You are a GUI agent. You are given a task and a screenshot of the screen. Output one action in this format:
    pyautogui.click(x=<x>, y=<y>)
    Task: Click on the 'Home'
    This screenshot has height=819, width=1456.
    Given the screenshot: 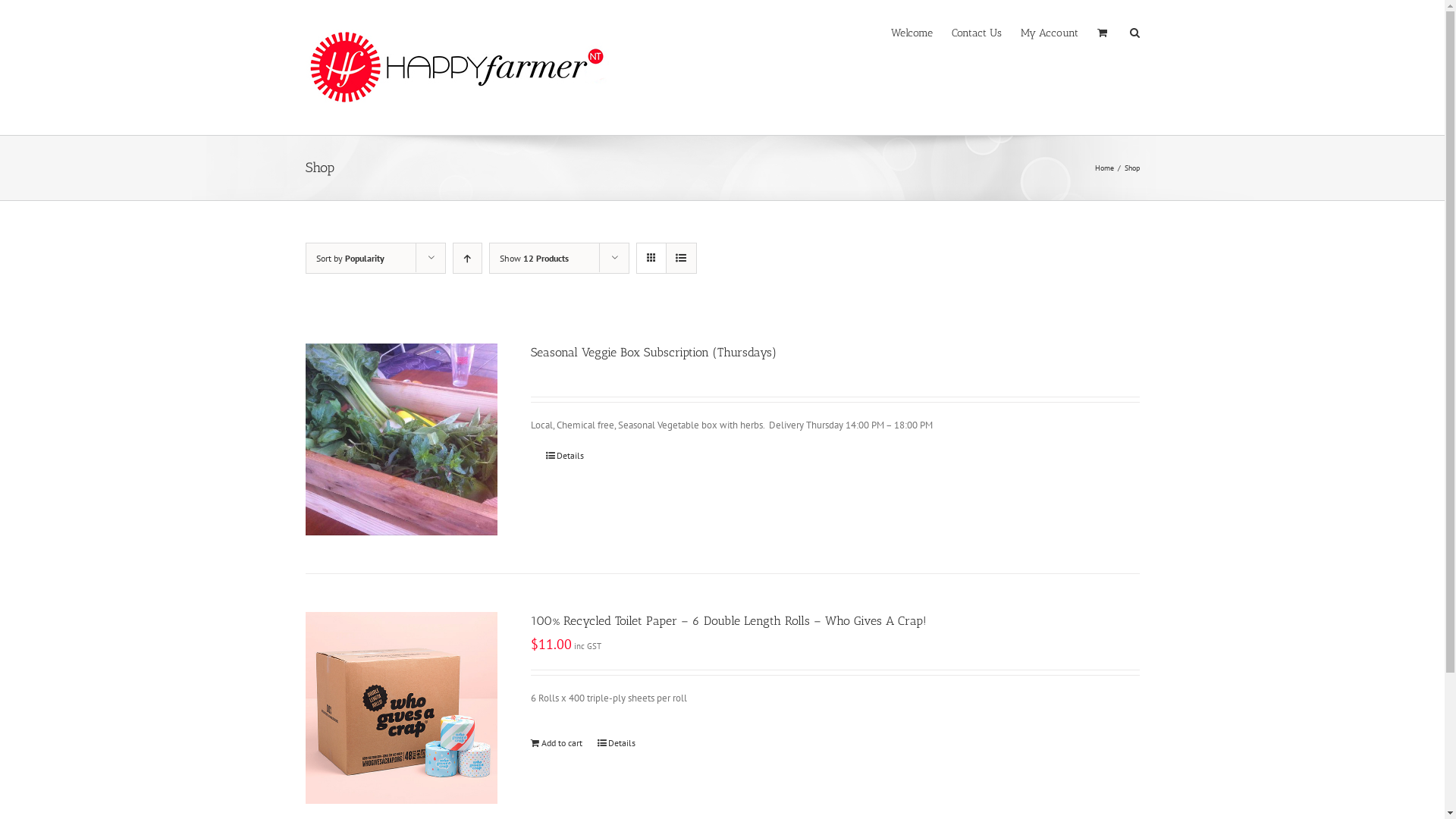 What is the action you would take?
    pyautogui.click(x=1104, y=168)
    